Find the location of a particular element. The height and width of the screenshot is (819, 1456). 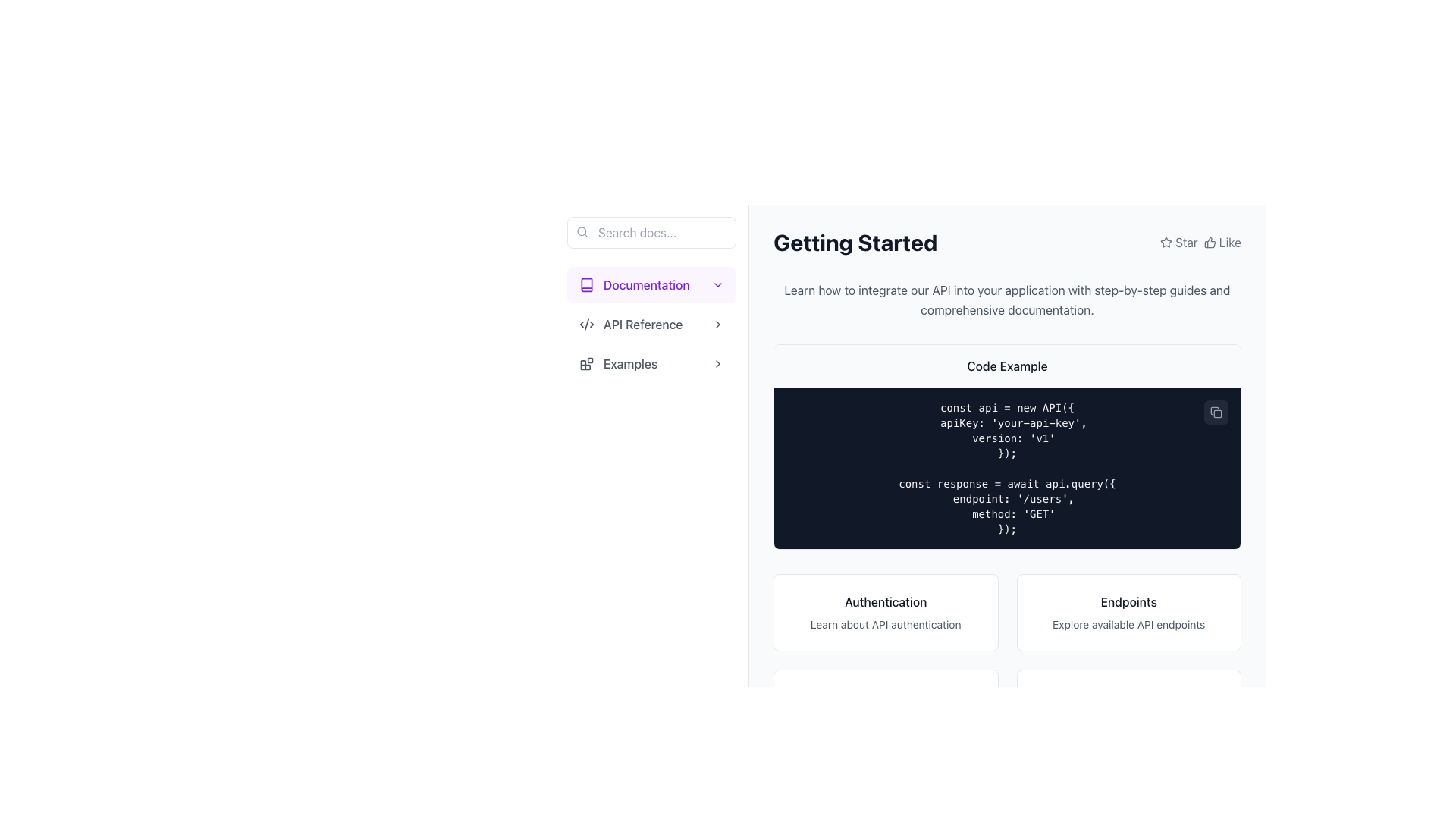

the chevron icon located to the right of the 'API Reference' text is located at coordinates (717, 324).